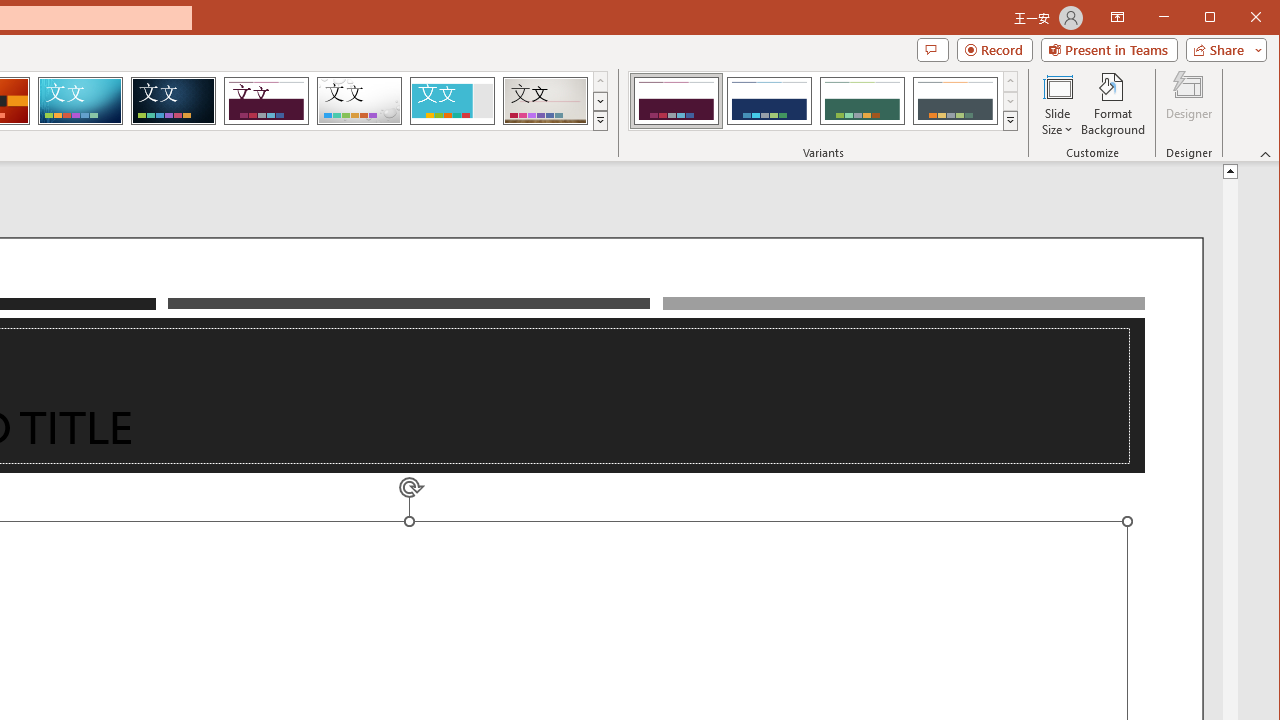 The height and width of the screenshot is (720, 1280). What do you see at coordinates (545, 100) in the screenshot?
I see `'Gallery'` at bounding box center [545, 100].